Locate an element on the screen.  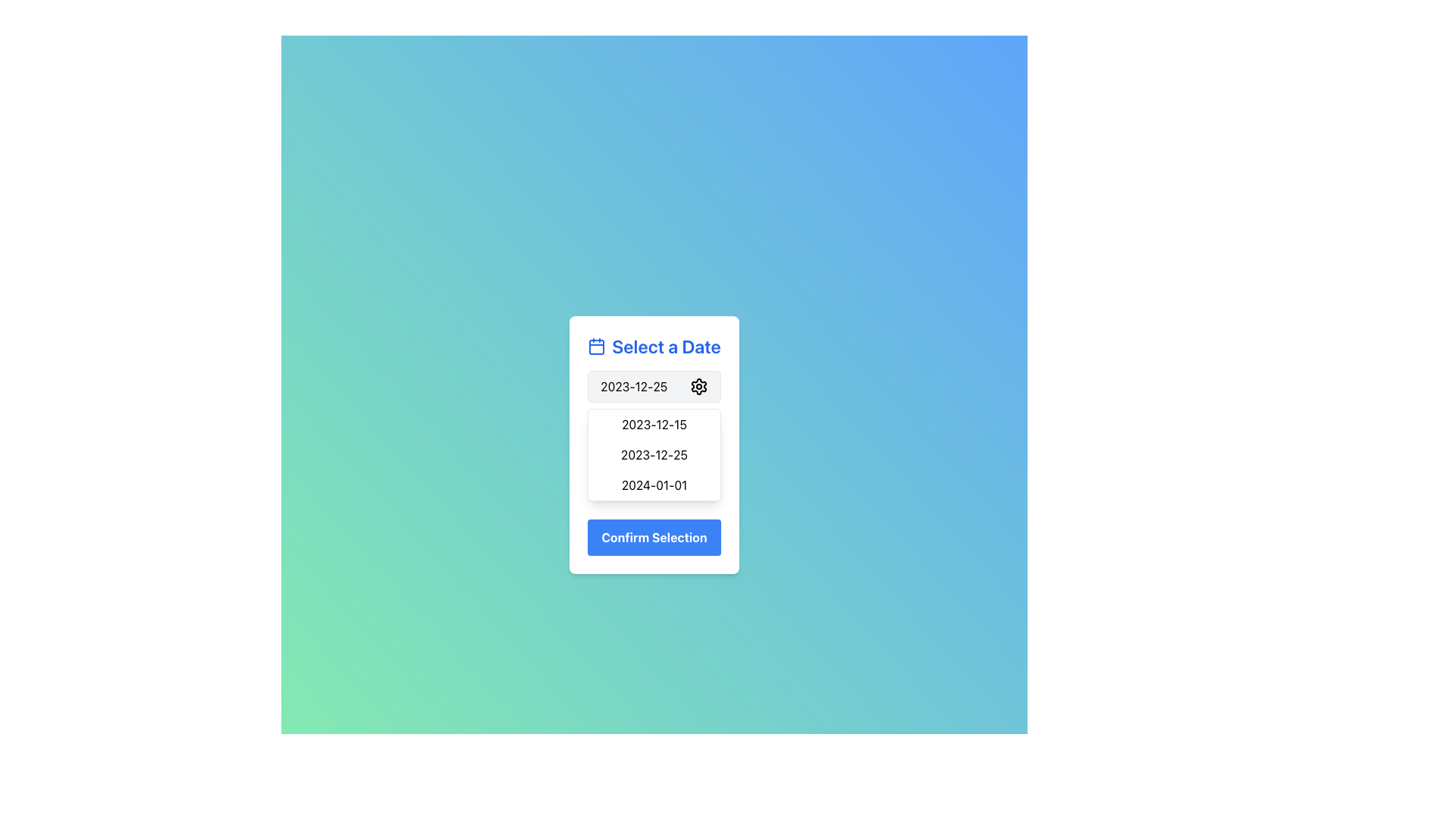
the settings icon located next to the date input field at the top of the dropdown interface is located at coordinates (698, 385).